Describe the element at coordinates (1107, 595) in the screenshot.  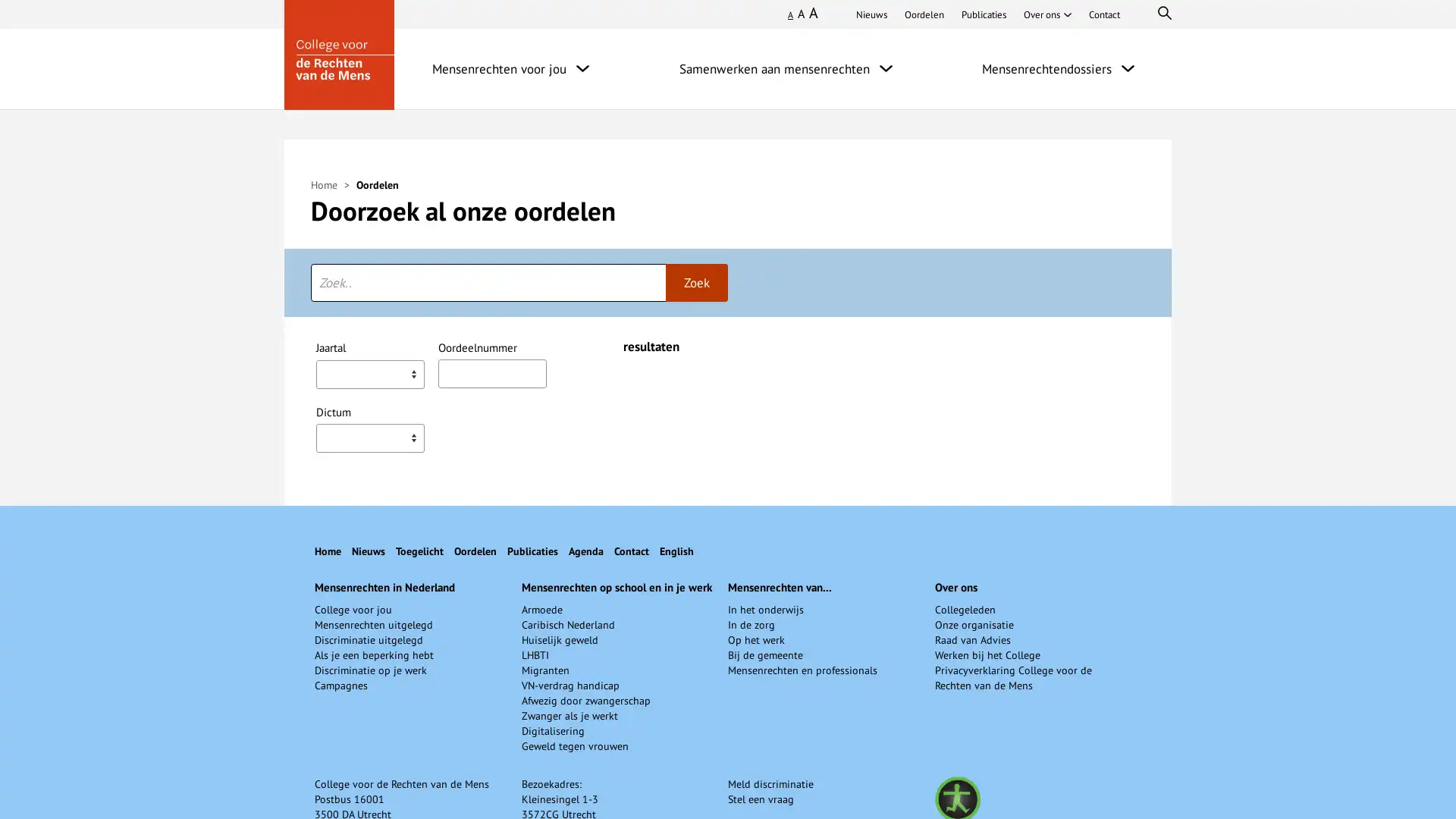
I see `Geslacht,` at that location.